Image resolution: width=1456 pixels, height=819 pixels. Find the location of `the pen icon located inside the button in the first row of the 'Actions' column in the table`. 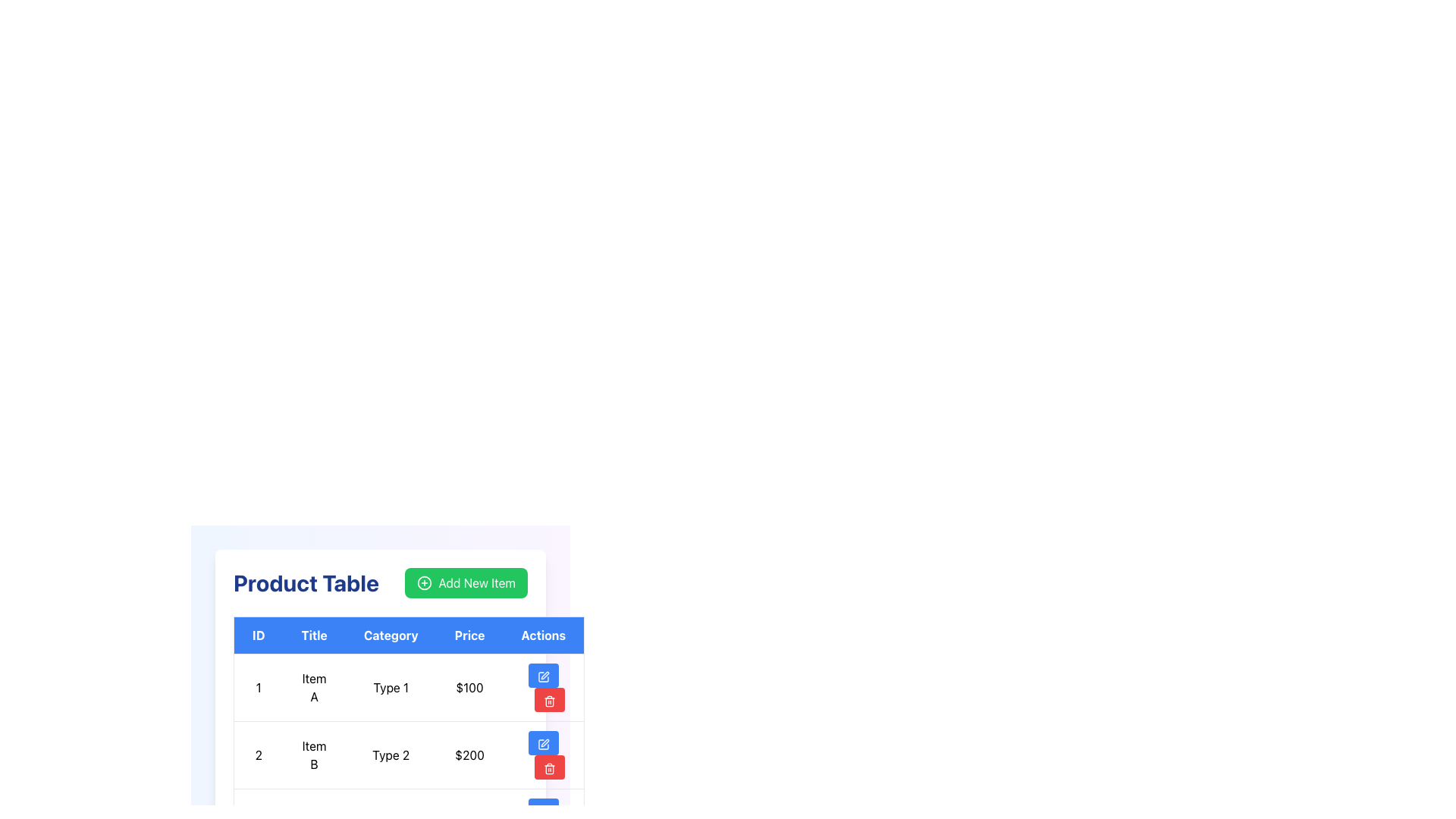

the pen icon located inside the button in the first row of the 'Actions' column in the table is located at coordinates (544, 674).